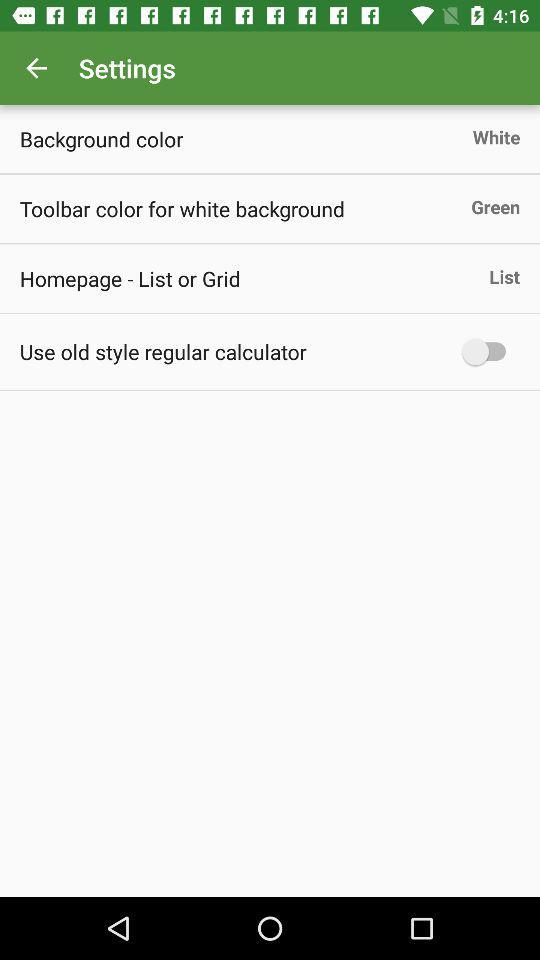 Image resolution: width=540 pixels, height=960 pixels. Describe the element at coordinates (182, 208) in the screenshot. I see `icon next to green icon` at that location.